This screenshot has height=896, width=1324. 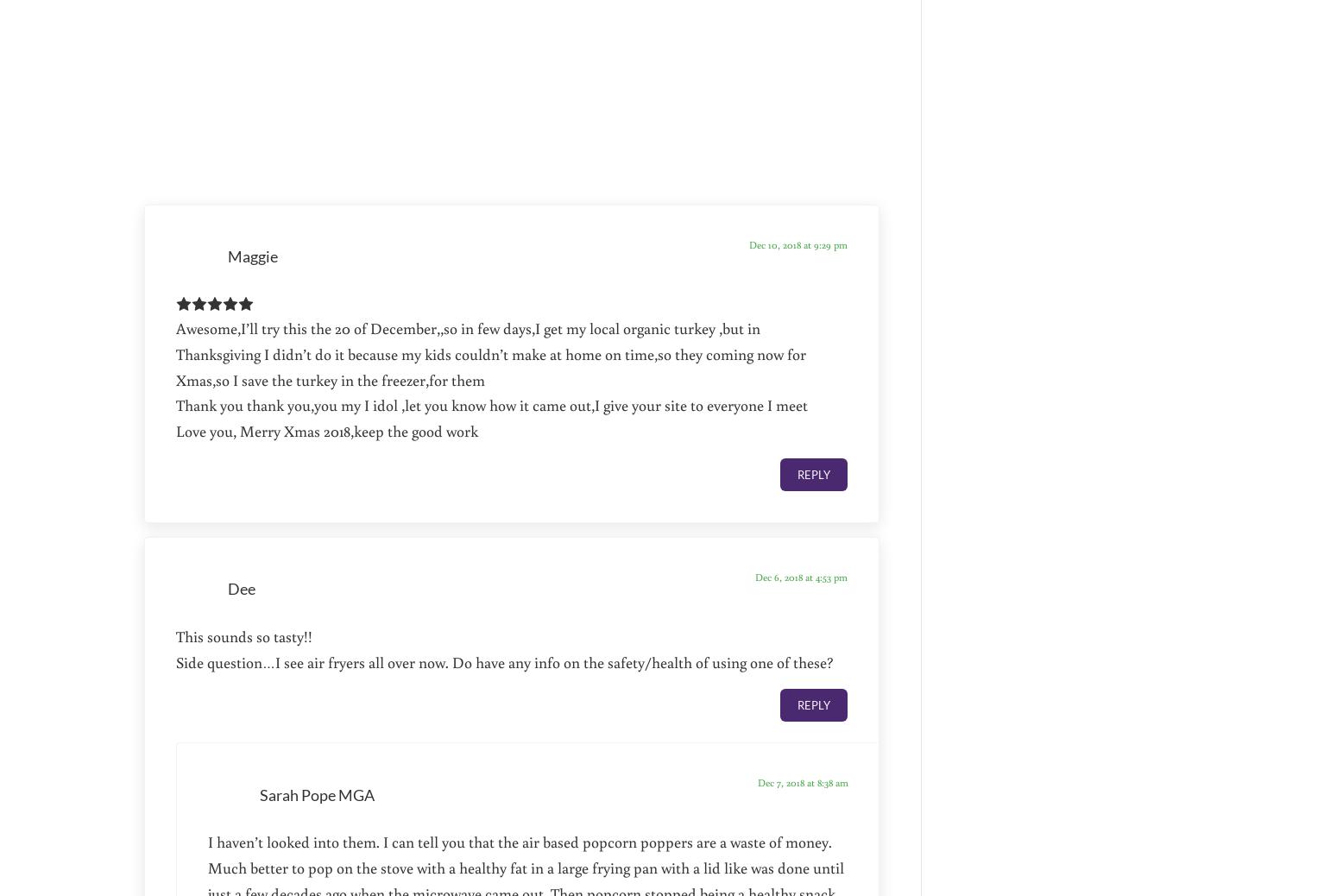 What do you see at coordinates (244, 634) in the screenshot?
I see `'This sounds so tasty!!'` at bounding box center [244, 634].